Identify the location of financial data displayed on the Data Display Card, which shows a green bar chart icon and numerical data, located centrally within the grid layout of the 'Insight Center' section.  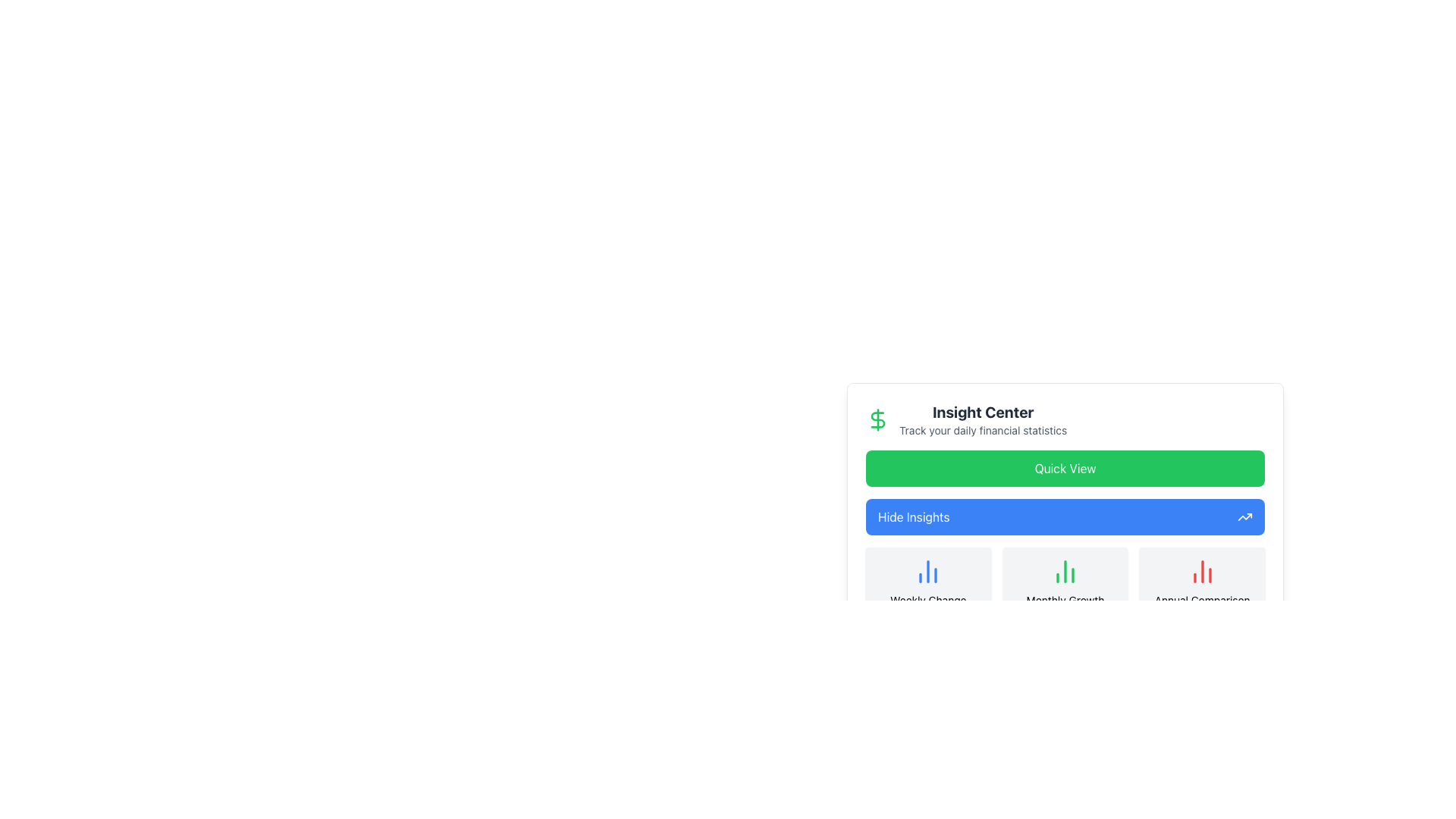
(1065, 593).